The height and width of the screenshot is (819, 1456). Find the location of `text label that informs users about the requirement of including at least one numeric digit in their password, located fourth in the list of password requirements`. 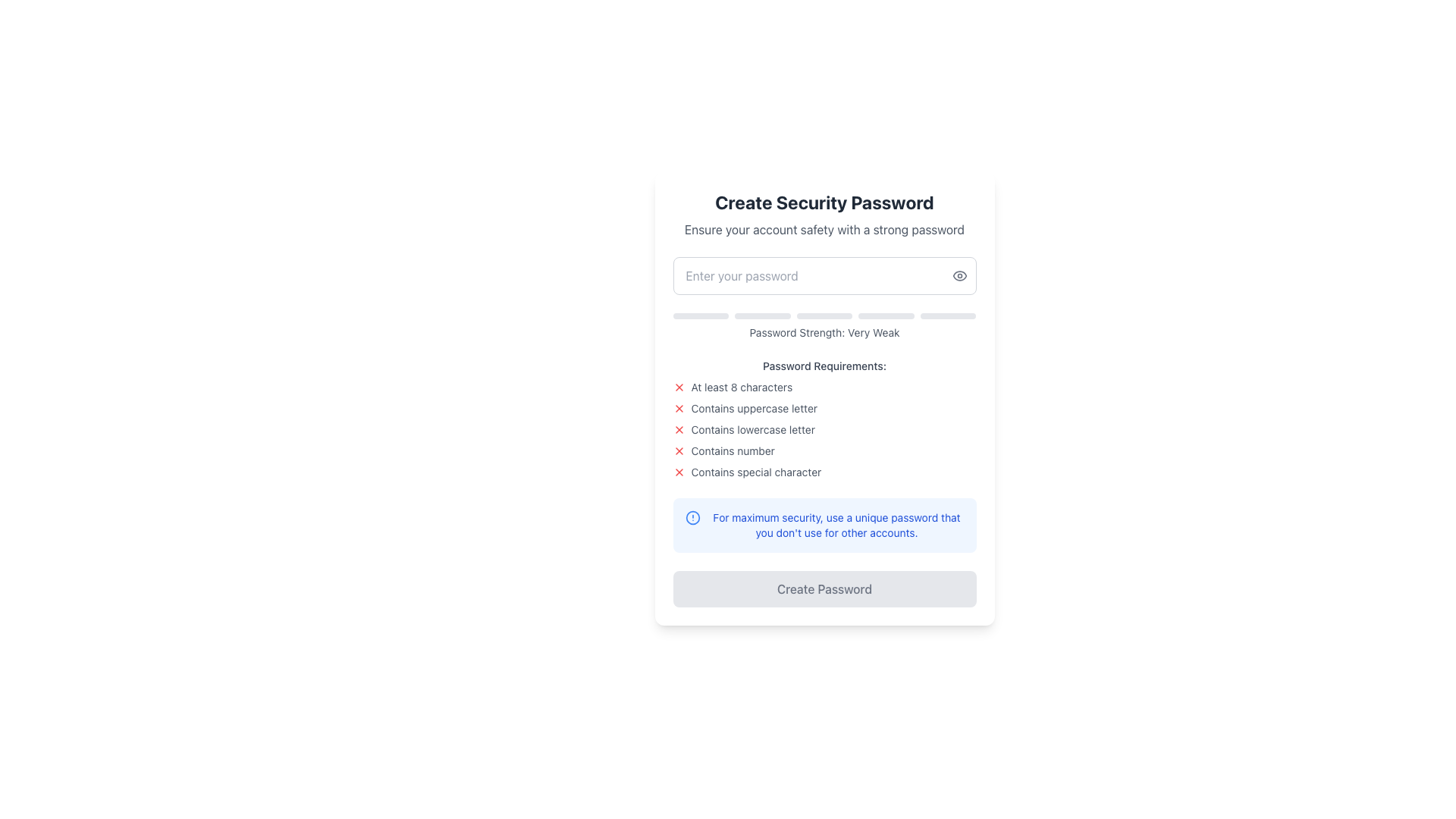

text label that informs users about the requirement of including at least one numeric digit in their password, located fourth in the list of password requirements is located at coordinates (733, 450).